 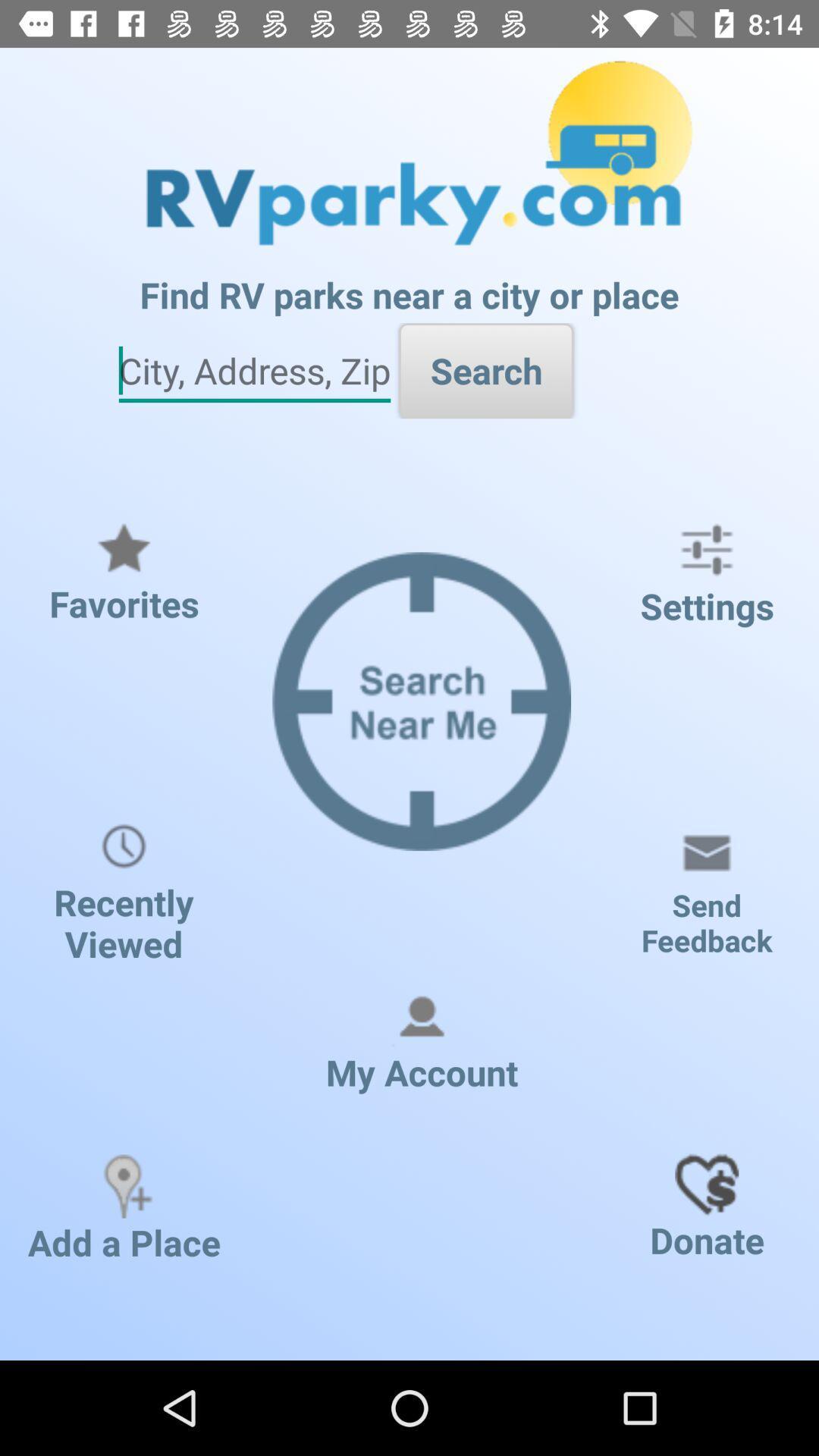 What do you see at coordinates (253, 371) in the screenshot?
I see `input city address and zip code` at bounding box center [253, 371].